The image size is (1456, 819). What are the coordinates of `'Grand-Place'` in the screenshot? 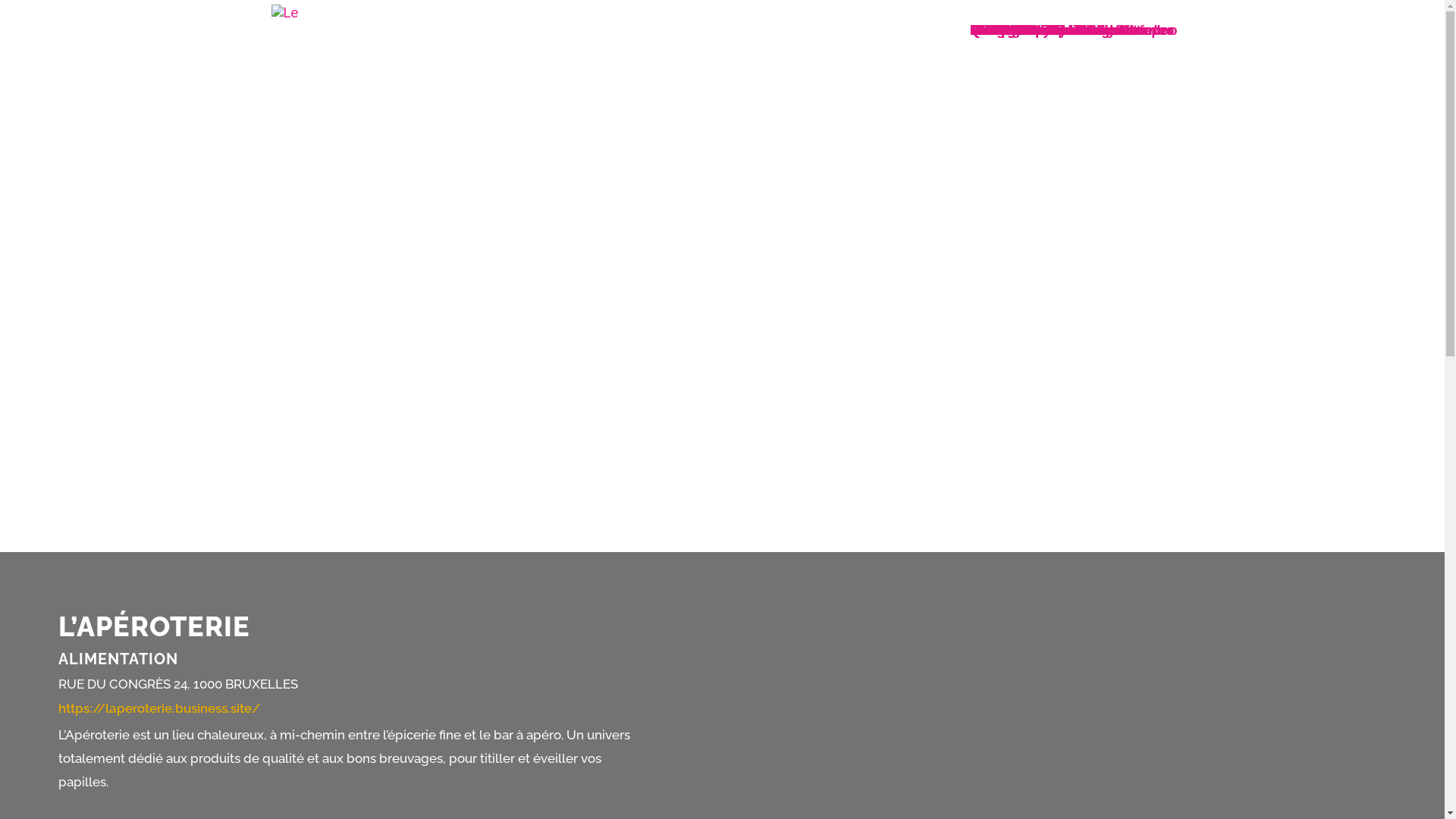 It's located at (1009, 30).